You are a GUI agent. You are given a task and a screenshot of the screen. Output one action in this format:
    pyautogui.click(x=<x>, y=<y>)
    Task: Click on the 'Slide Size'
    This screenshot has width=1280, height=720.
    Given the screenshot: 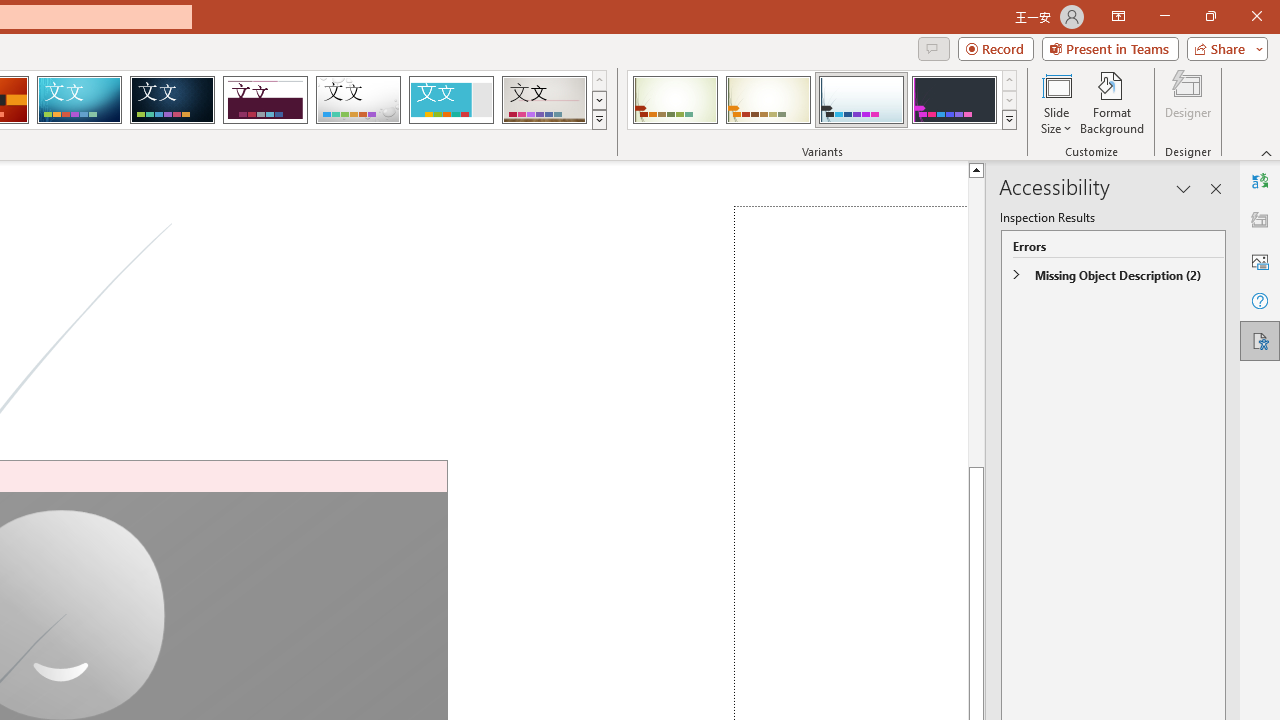 What is the action you would take?
    pyautogui.click(x=1055, y=103)
    